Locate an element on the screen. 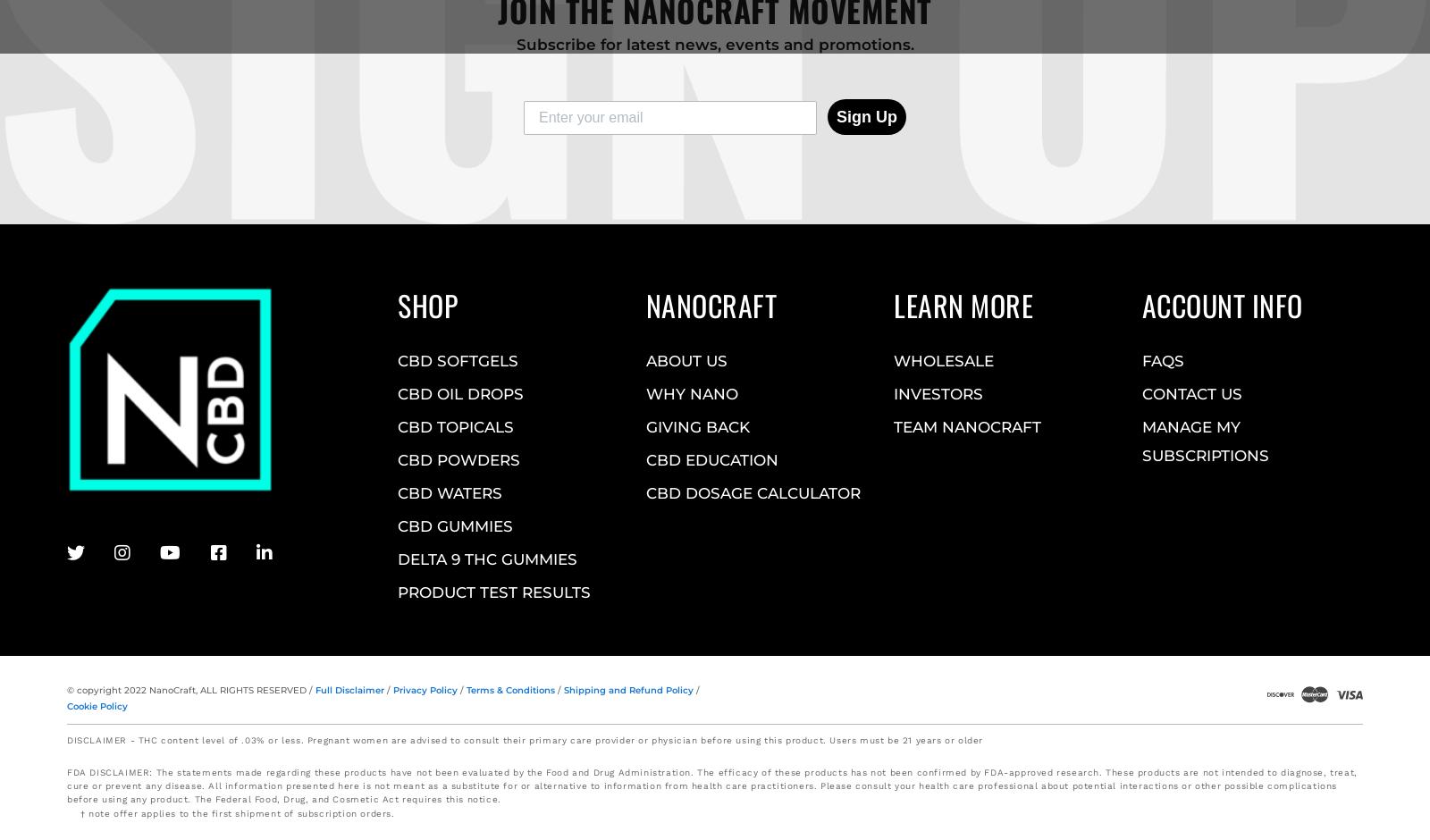 Image resolution: width=1430 pixels, height=840 pixels. '© copyright 2022 NanoCraft, ALL RIGHTS RESERVED  /' is located at coordinates (190, 689).